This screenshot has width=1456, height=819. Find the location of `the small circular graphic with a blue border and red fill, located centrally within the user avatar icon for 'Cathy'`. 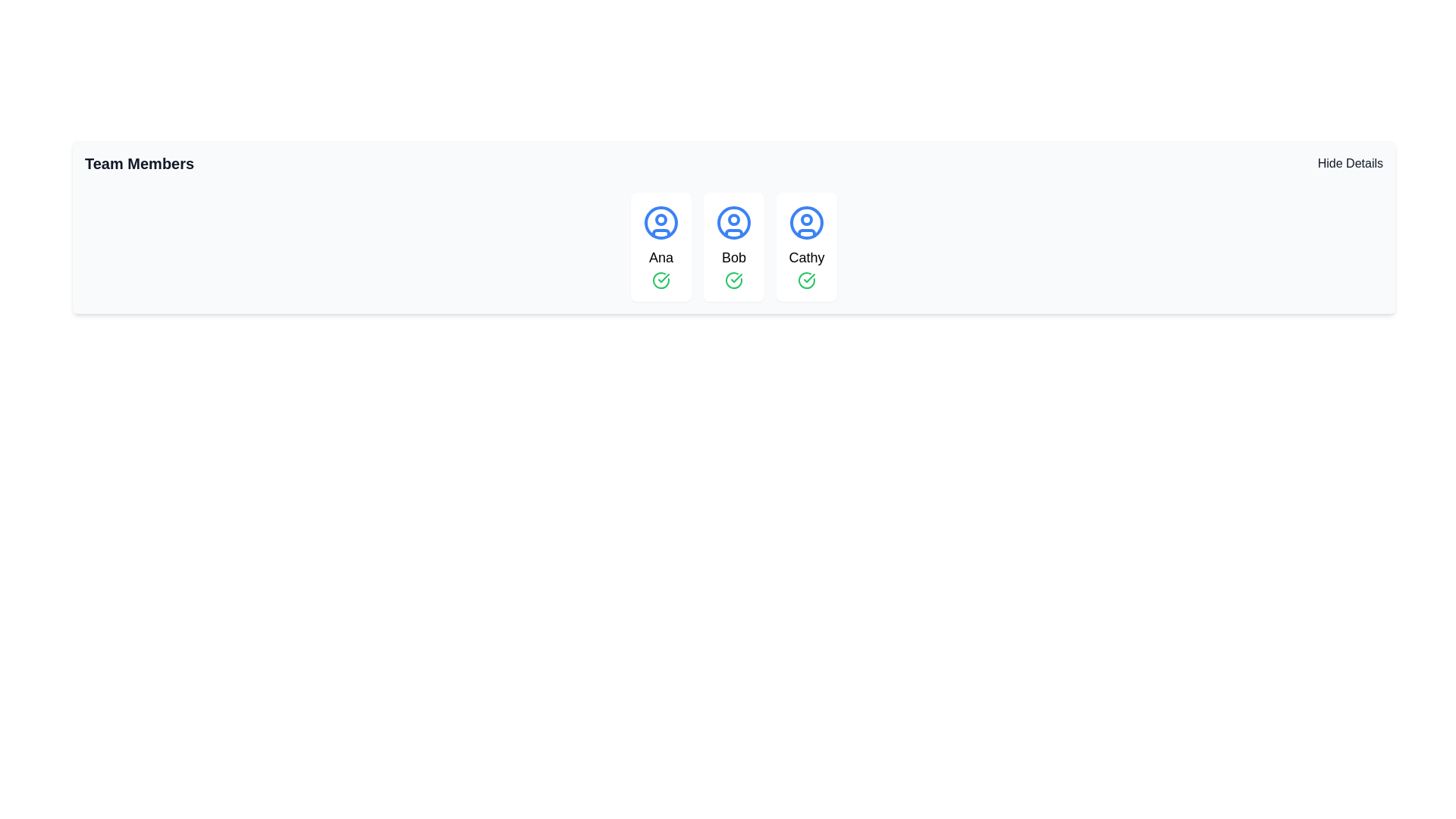

the small circular graphic with a blue border and red fill, located centrally within the user avatar icon for 'Cathy' is located at coordinates (806, 219).